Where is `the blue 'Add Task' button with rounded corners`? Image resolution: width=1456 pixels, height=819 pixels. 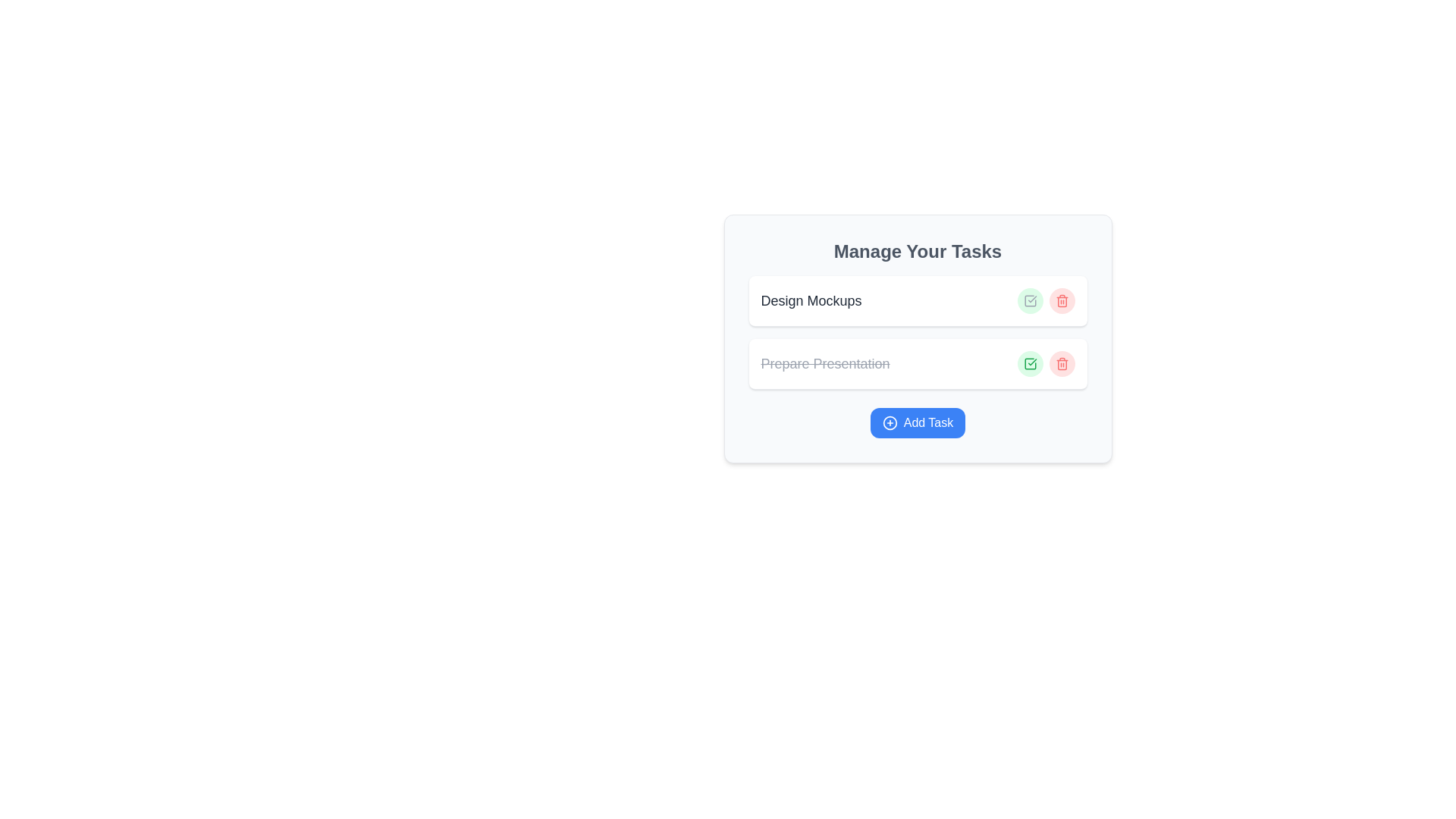 the blue 'Add Task' button with rounded corners is located at coordinates (917, 423).